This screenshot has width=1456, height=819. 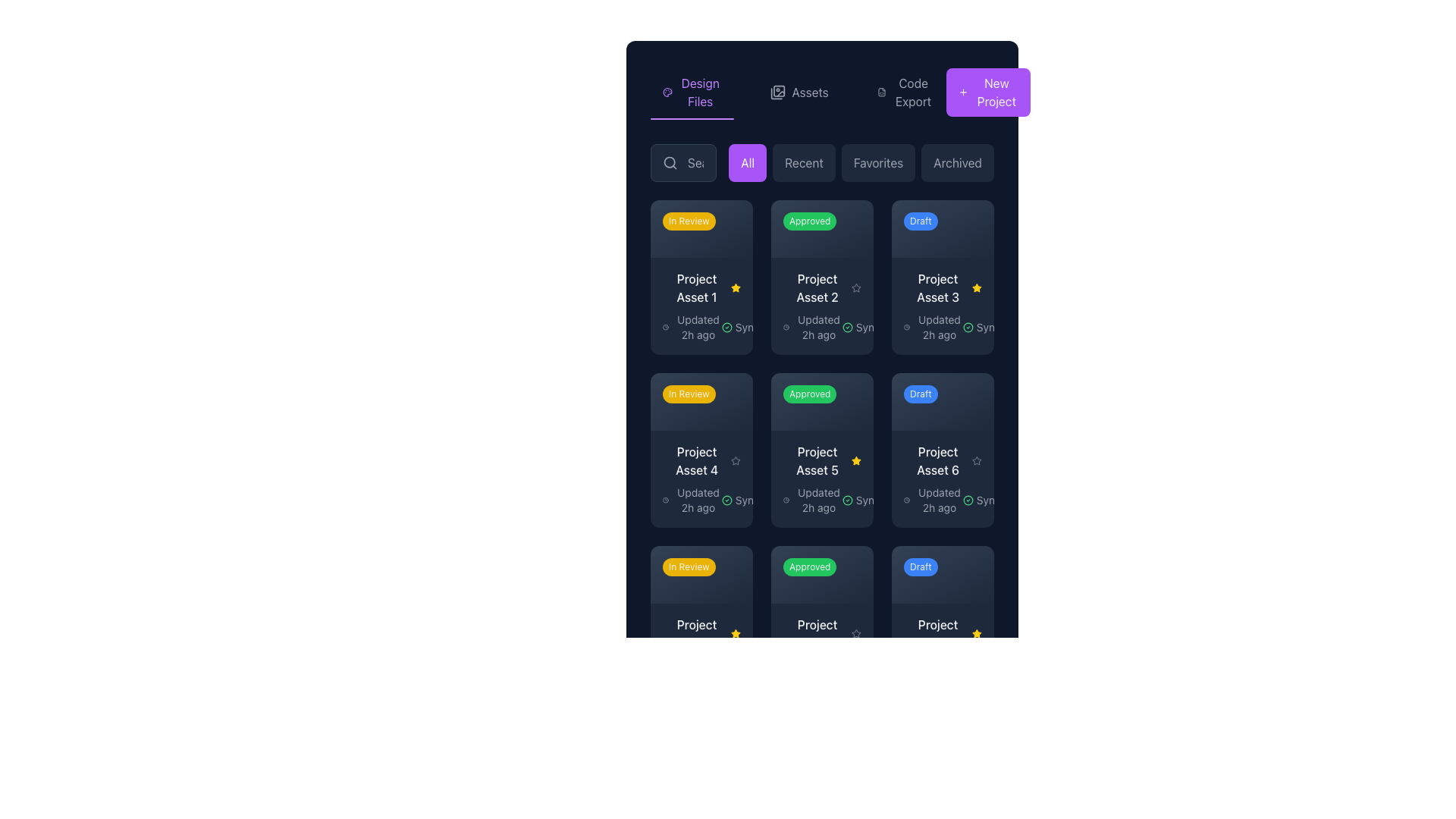 What do you see at coordinates (957, 163) in the screenshot?
I see `the 'Archived' button, which is the fourth button in a horizontal group near the top-center of the interface` at bounding box center [957, 163].